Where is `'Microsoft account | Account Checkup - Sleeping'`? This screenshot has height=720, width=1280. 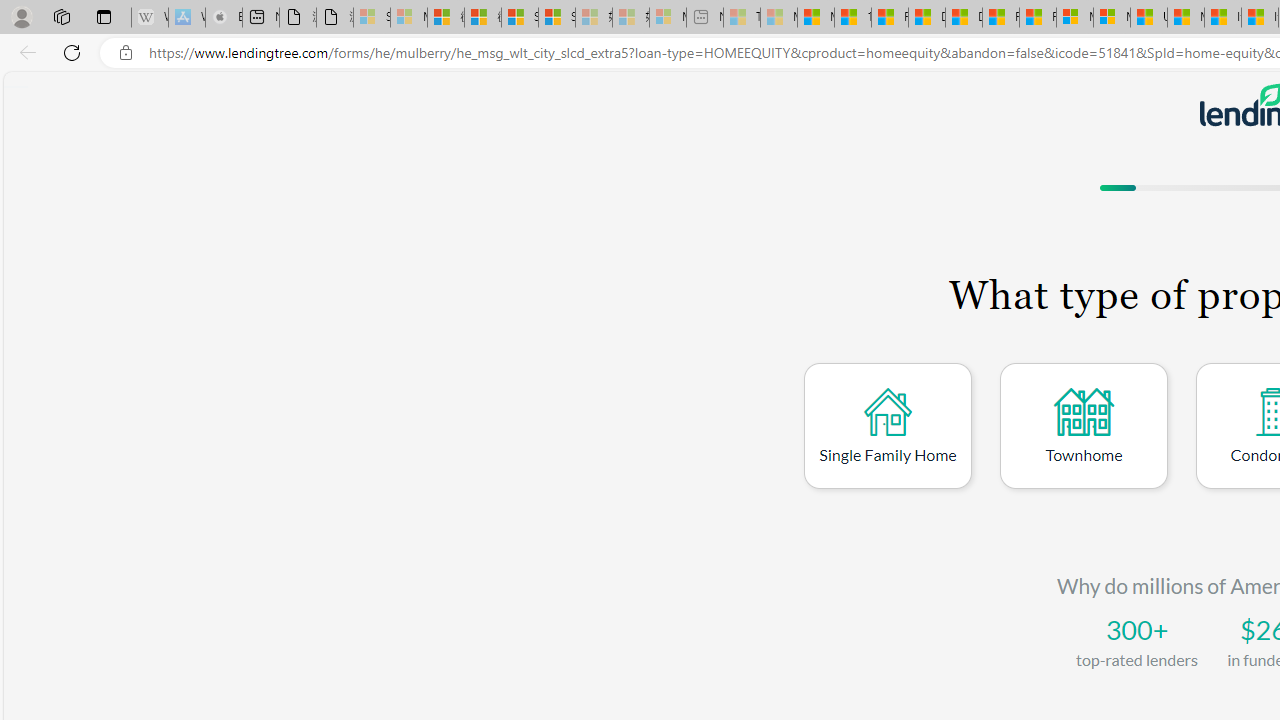 'Microsoft account | Account Checkup - Sleeping' is located at coordinates (668, 17).